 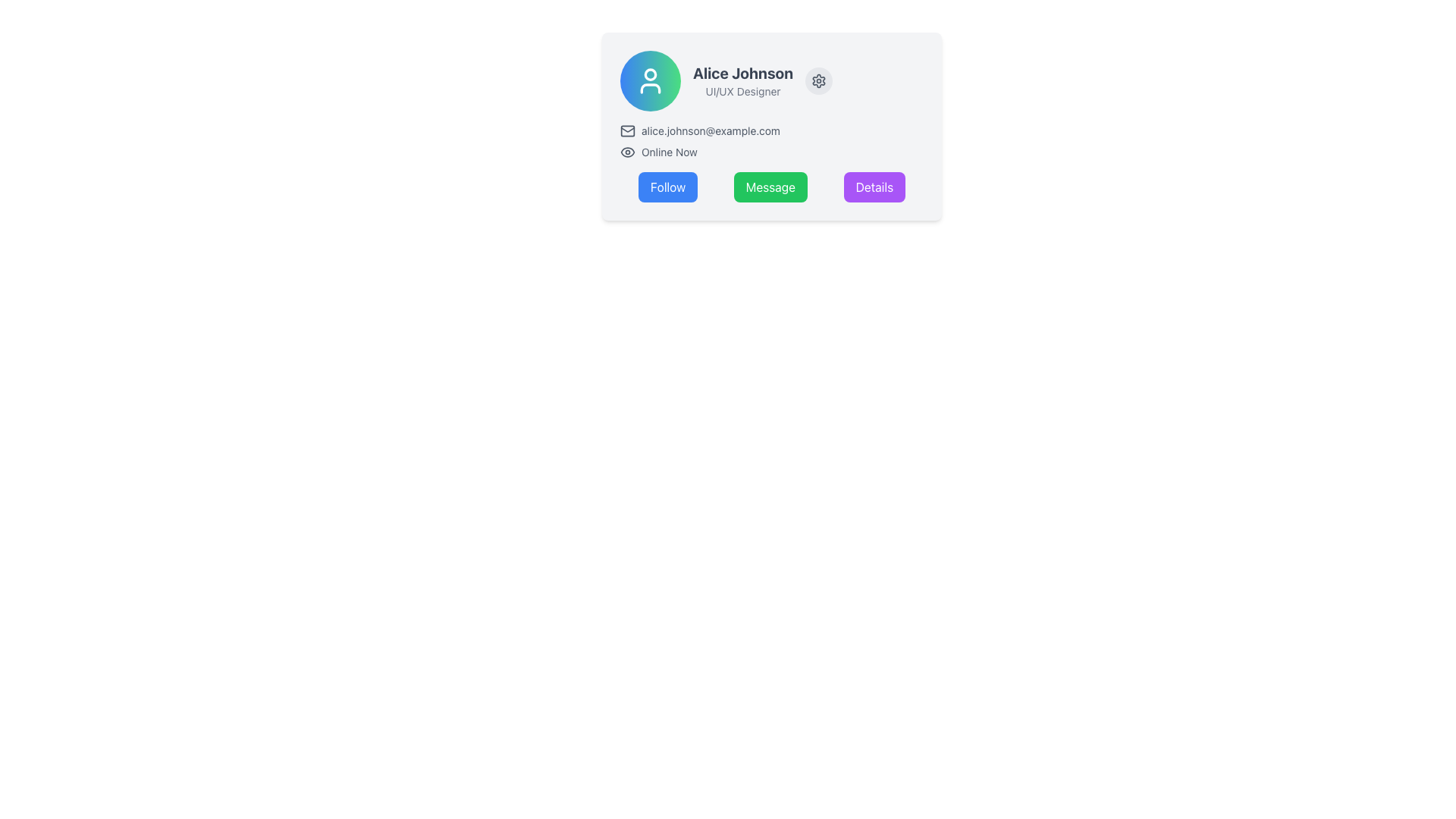 What do you see at coordinates (742, 81) in the screenshot?
I see `the text display element with bold text 'Alice Johnson' in the user profile card layout` at bounding box center [742, 81].